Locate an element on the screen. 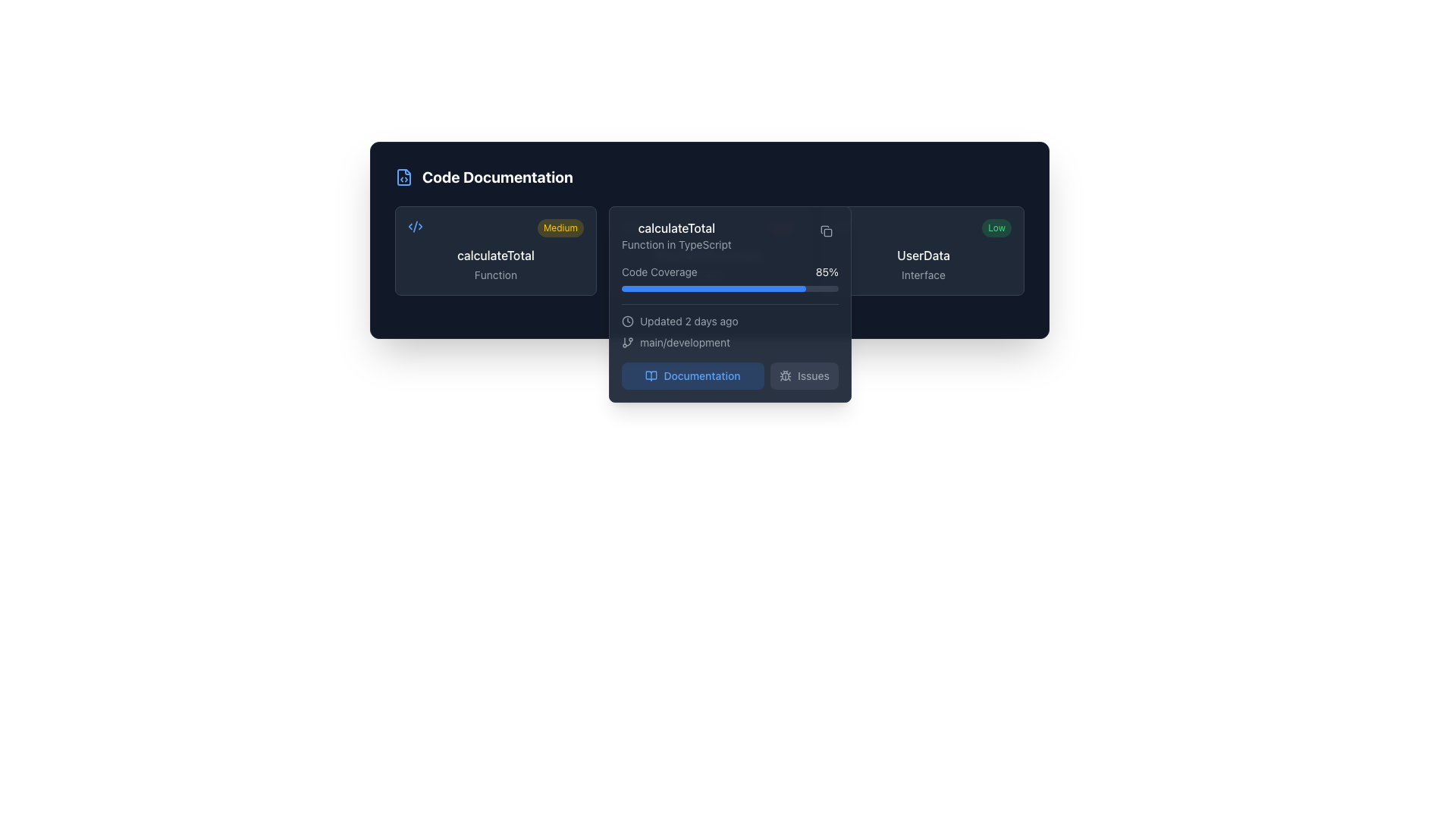 This screenshot has width=1456, height=819. the Progress bar indicating 'Code Coverage' with 85% completion, positioned centrally below the corresponding texts is located at coordinates (730, 289).